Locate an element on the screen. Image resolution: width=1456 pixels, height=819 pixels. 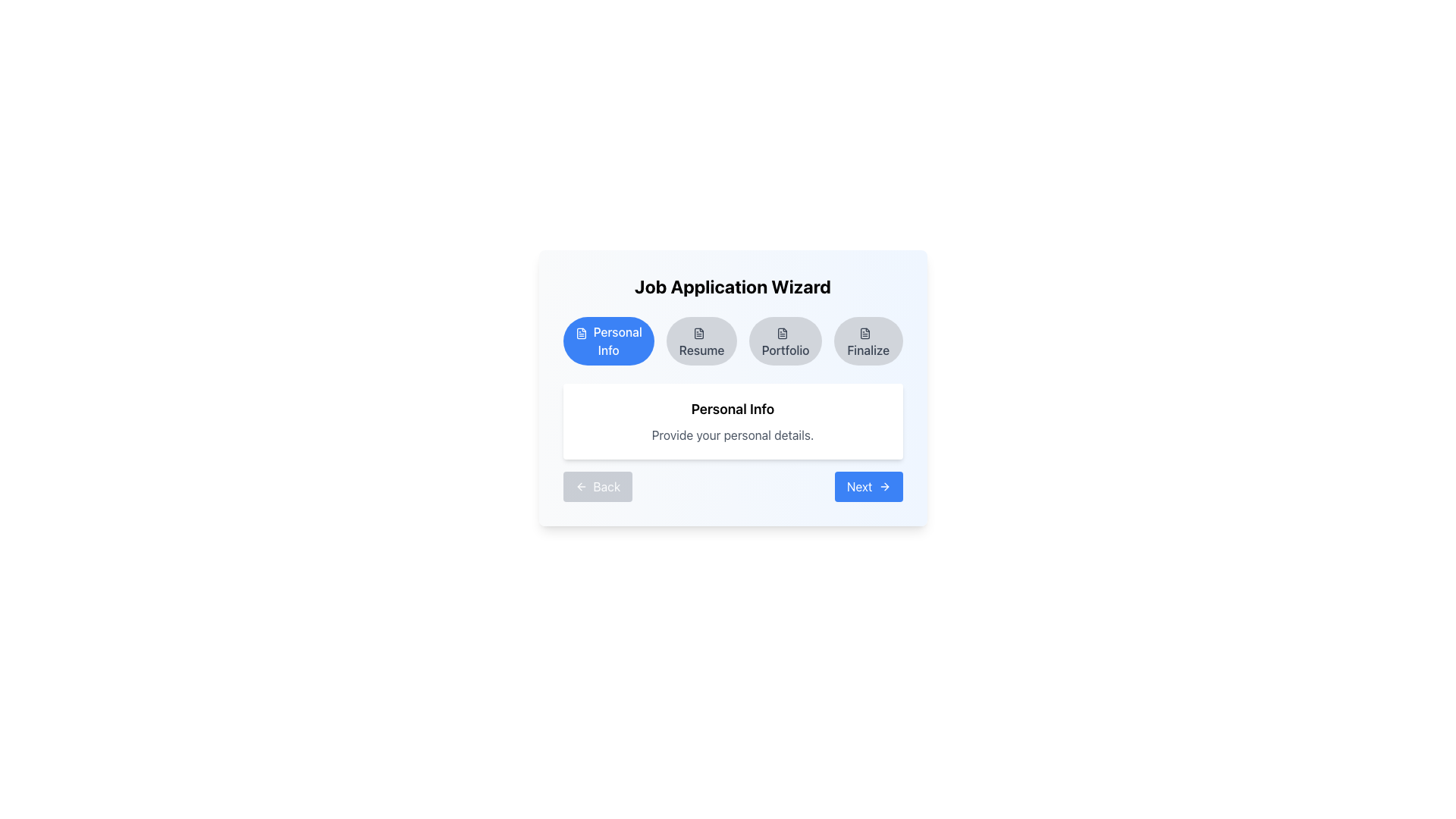
the 'Personal Info' button with rounded edges, blue background, and white text is located at coordinates (608, 341).